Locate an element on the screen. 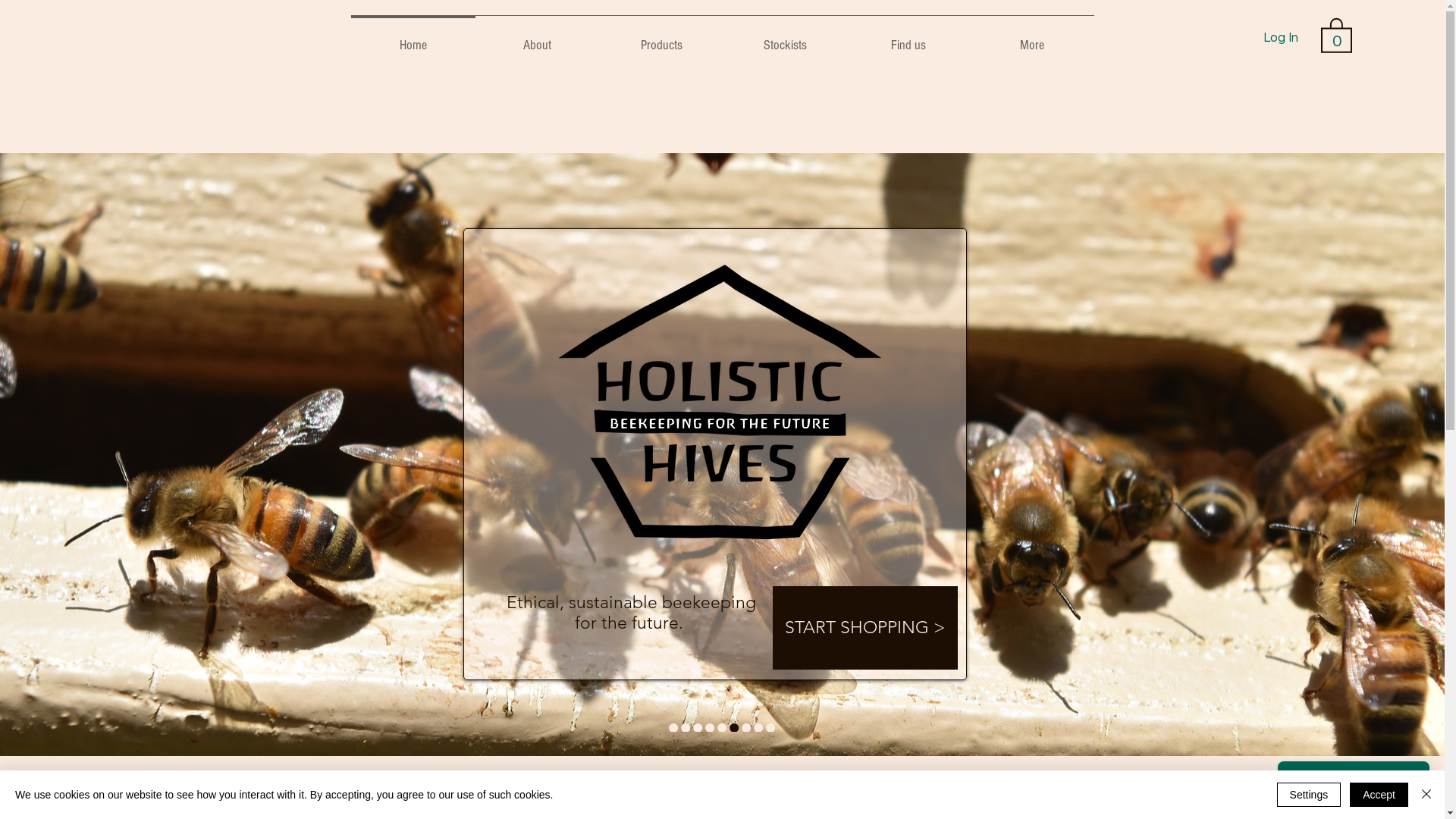  'Stockists' is located at coordinates (785, 37).